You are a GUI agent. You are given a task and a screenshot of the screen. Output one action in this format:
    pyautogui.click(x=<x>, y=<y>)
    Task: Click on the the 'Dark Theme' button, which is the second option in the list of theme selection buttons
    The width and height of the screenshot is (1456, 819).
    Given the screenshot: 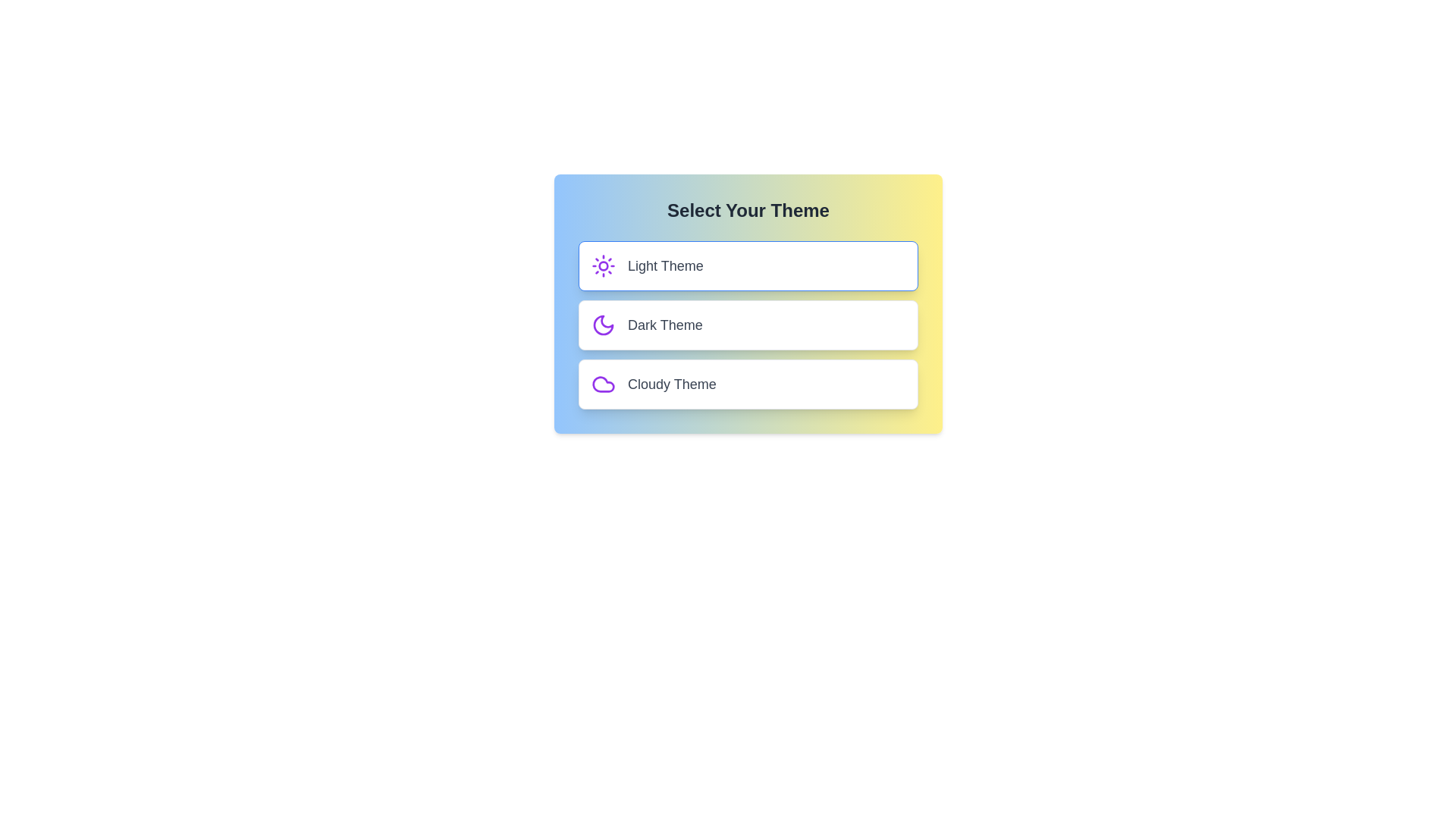 What is the action you would take?
    pyautogui.click(x=748, y=324)
    